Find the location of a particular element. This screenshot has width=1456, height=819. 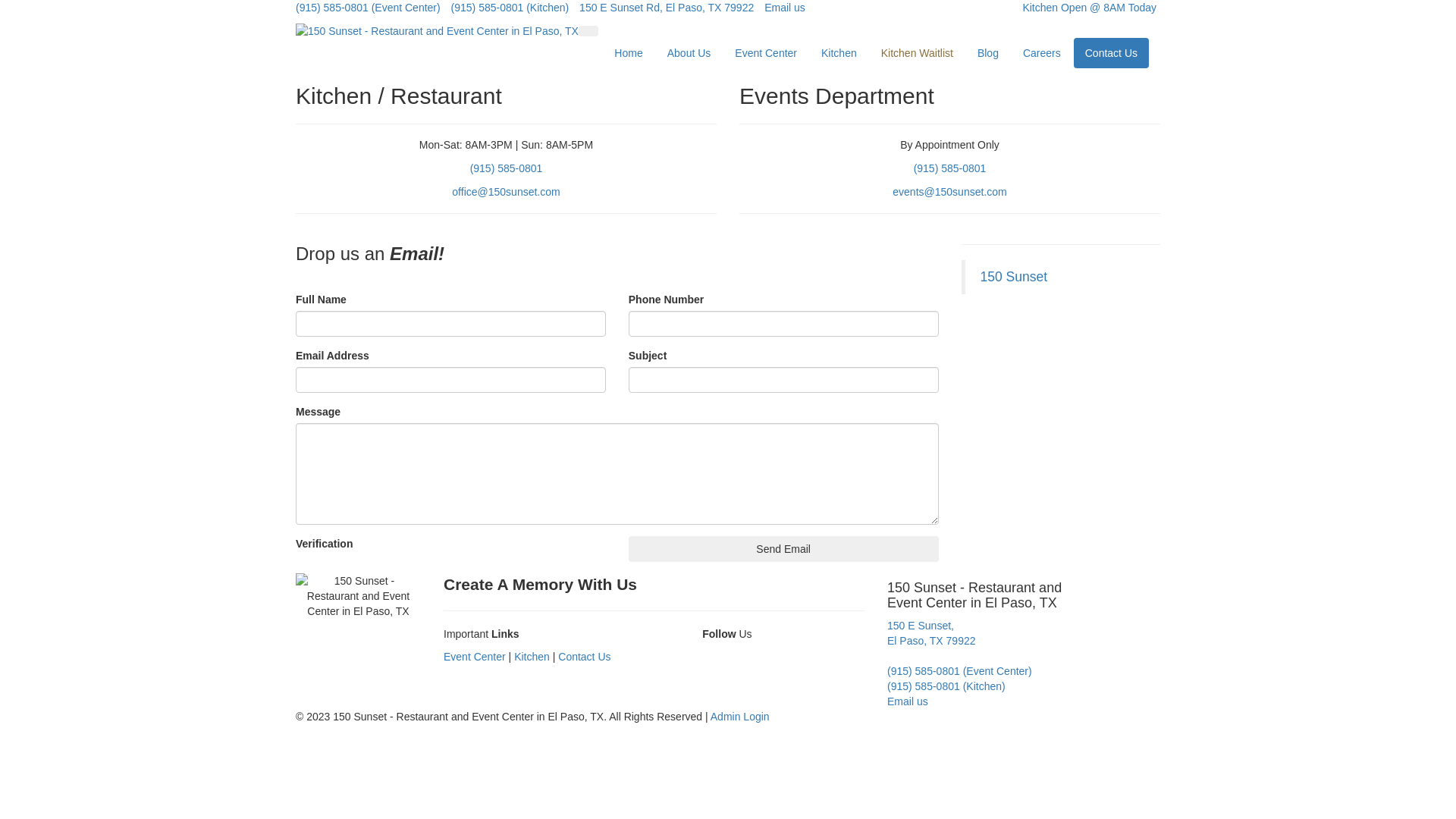

'Send Email' is located at coordinates (783, 549).